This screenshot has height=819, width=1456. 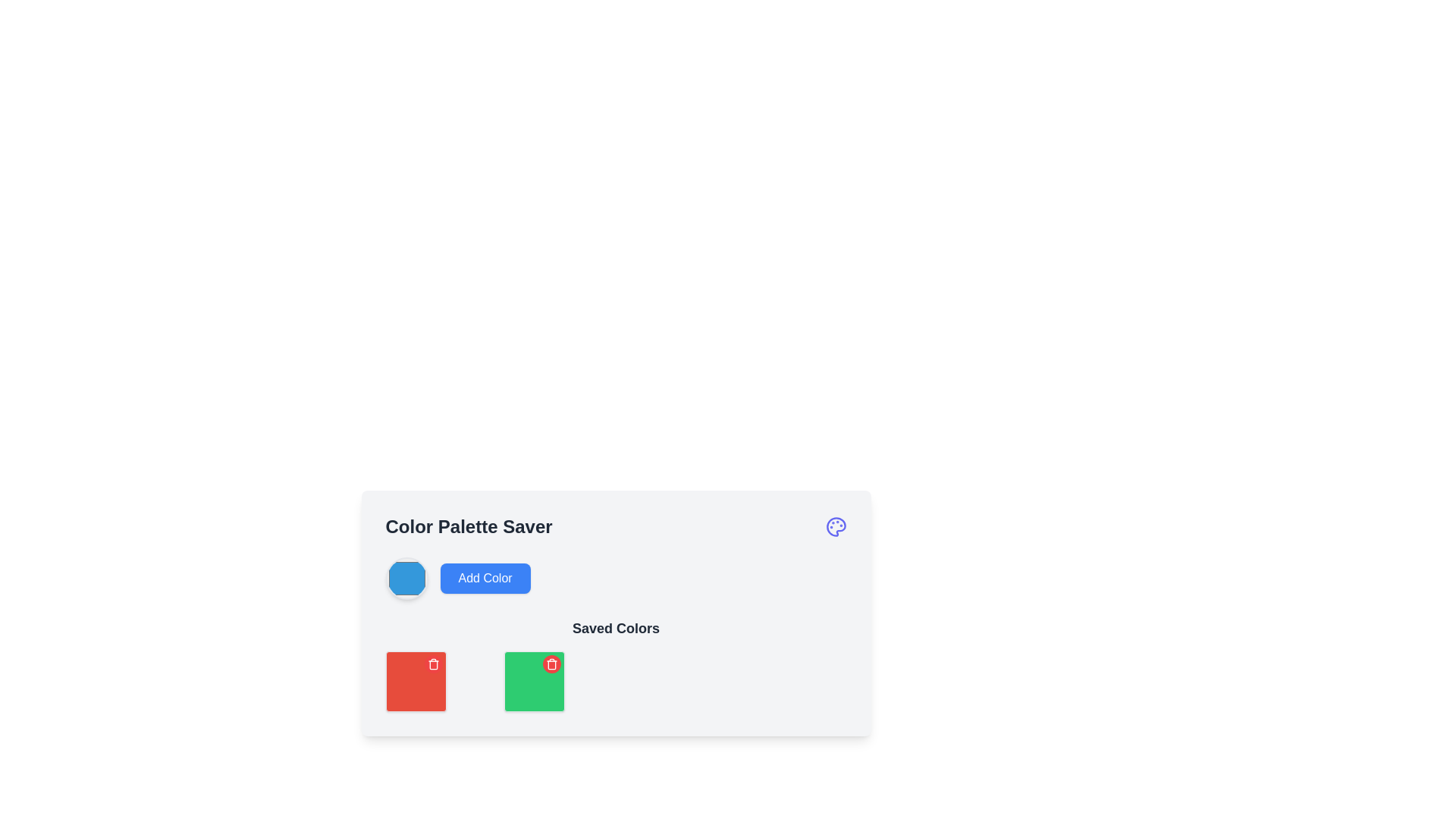 I want to click on the color palette icon located at the top-right corner of the 'Color Palette Saver' section, so click(x=835, y=526).